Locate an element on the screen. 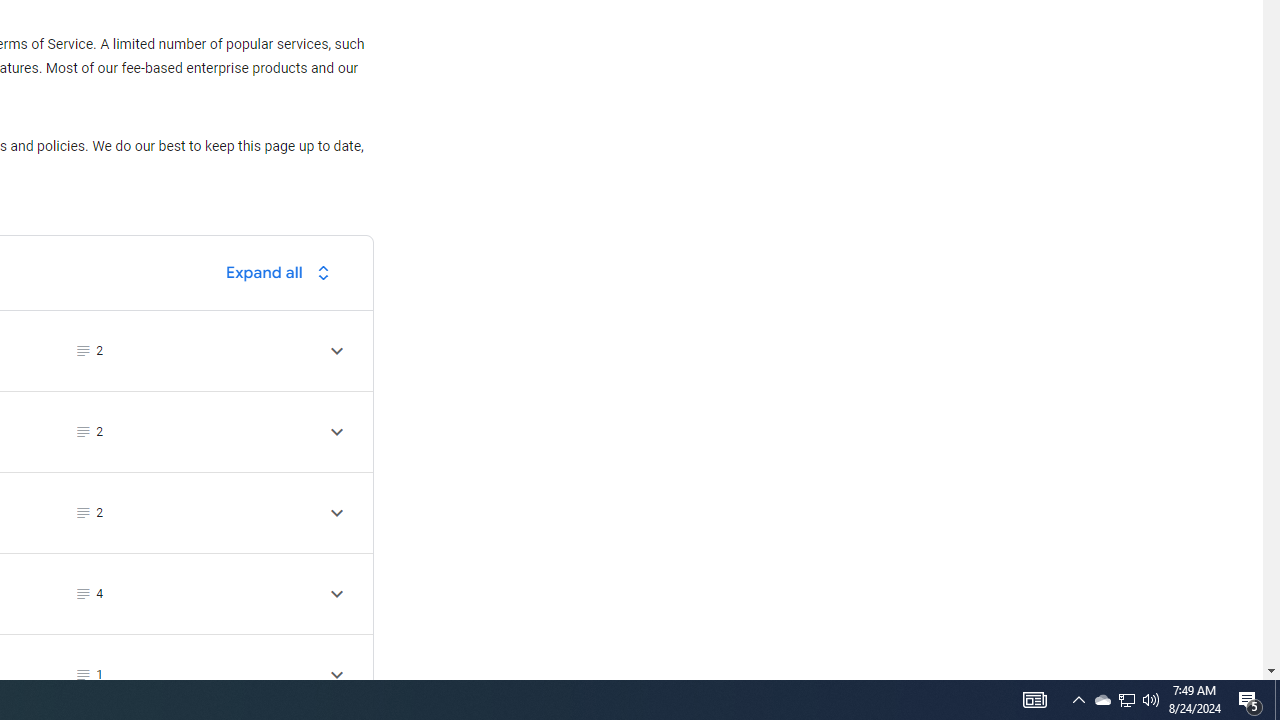  'Expand all' is located at coordinates (282, 272).